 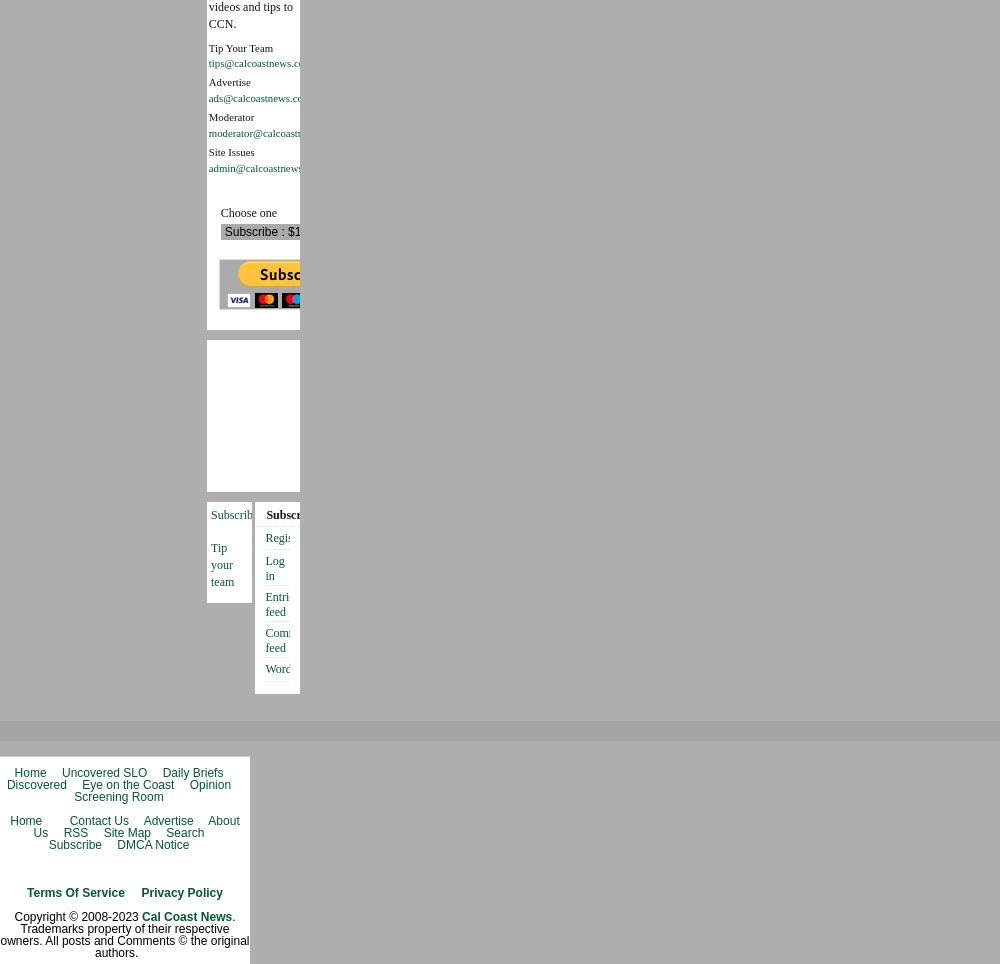 I want to click on 'Site Map', so click(x=127, y=831).